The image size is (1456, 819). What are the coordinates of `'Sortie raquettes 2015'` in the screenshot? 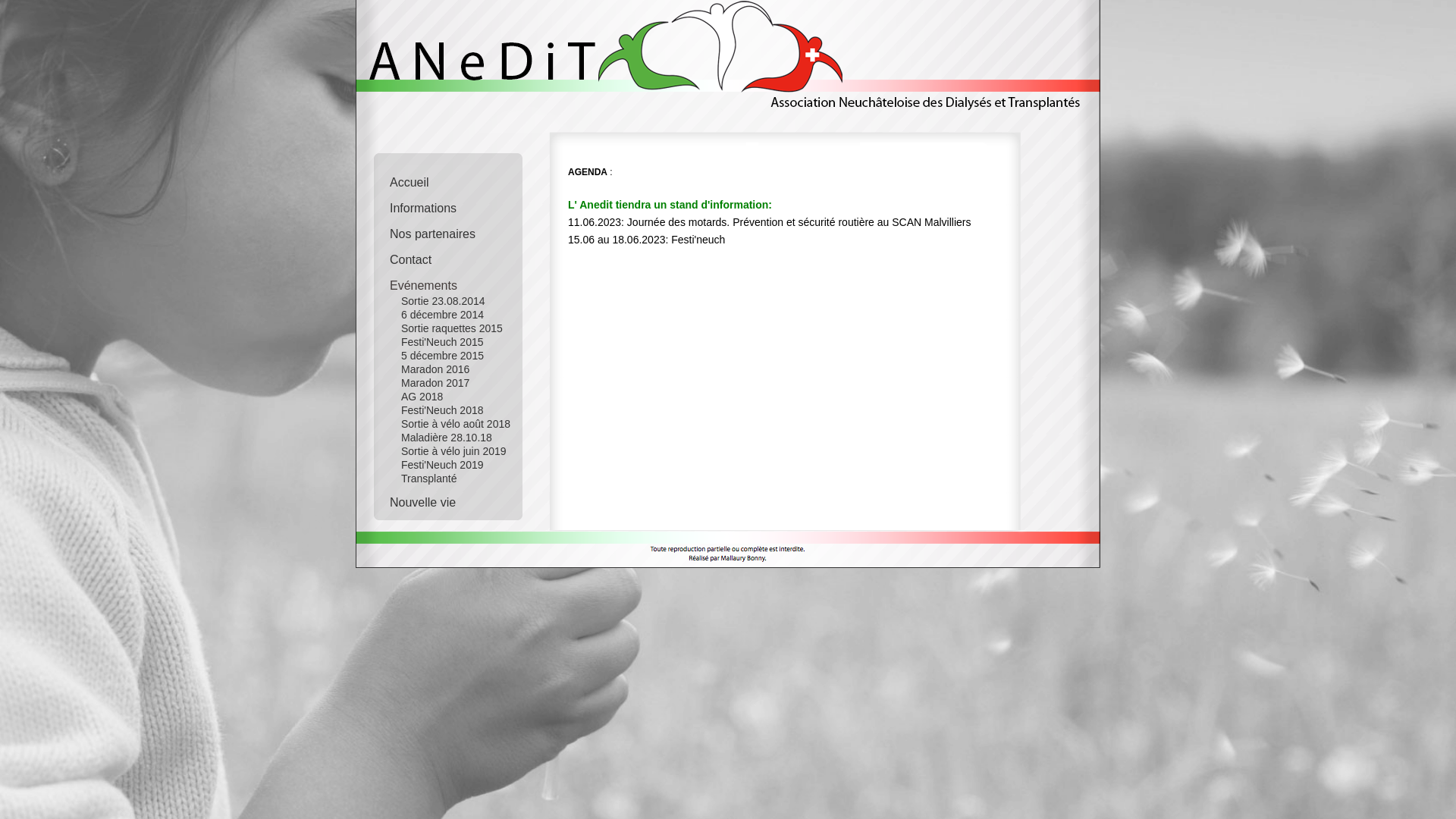 It's located at (446, 327).